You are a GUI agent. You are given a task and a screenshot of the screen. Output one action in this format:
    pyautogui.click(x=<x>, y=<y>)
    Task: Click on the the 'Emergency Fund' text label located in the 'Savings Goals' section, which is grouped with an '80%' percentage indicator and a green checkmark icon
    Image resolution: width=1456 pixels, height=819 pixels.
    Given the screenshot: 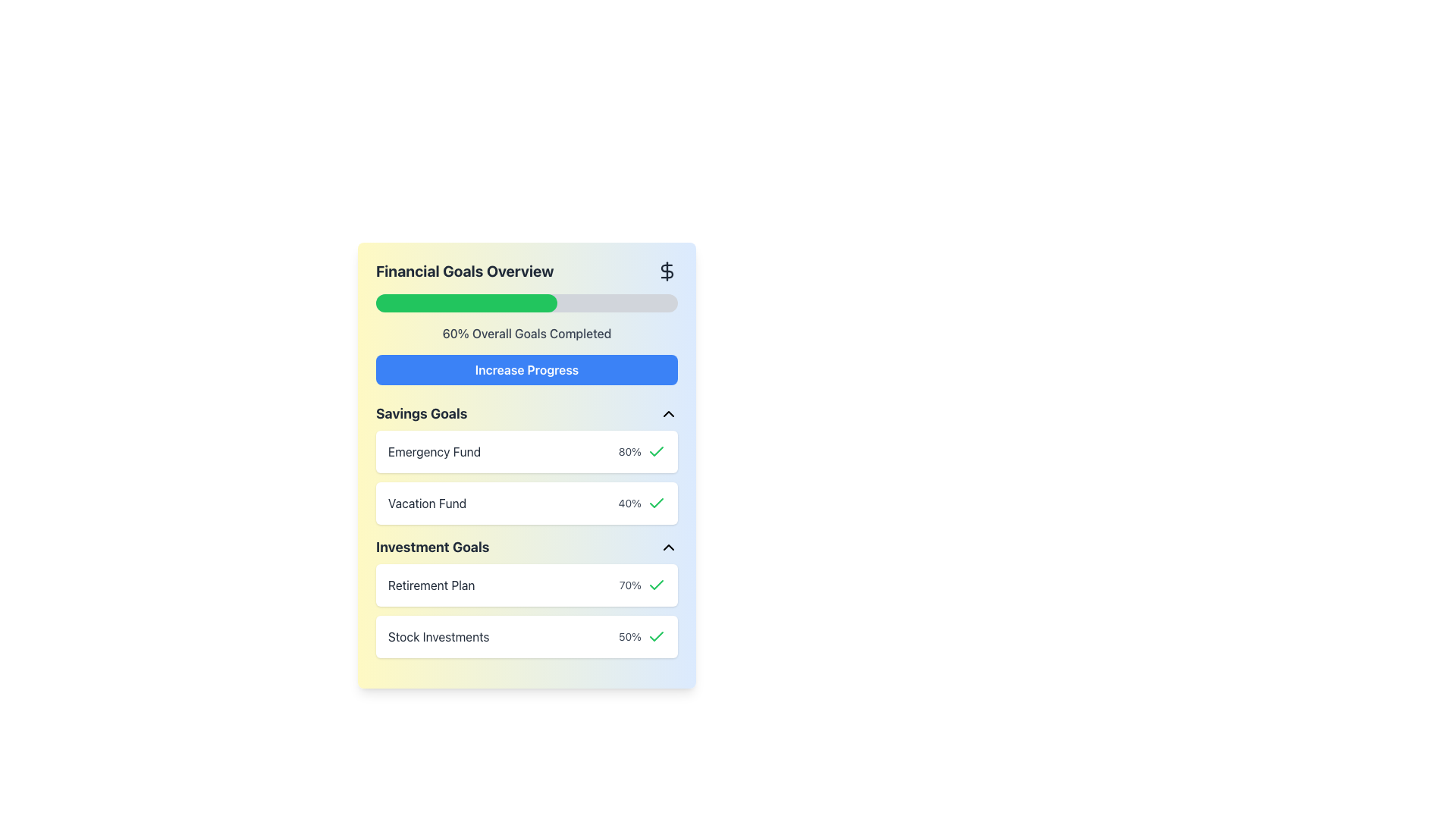 What is the action you would take?
    pyautogui.click(x=434, y=451)
    